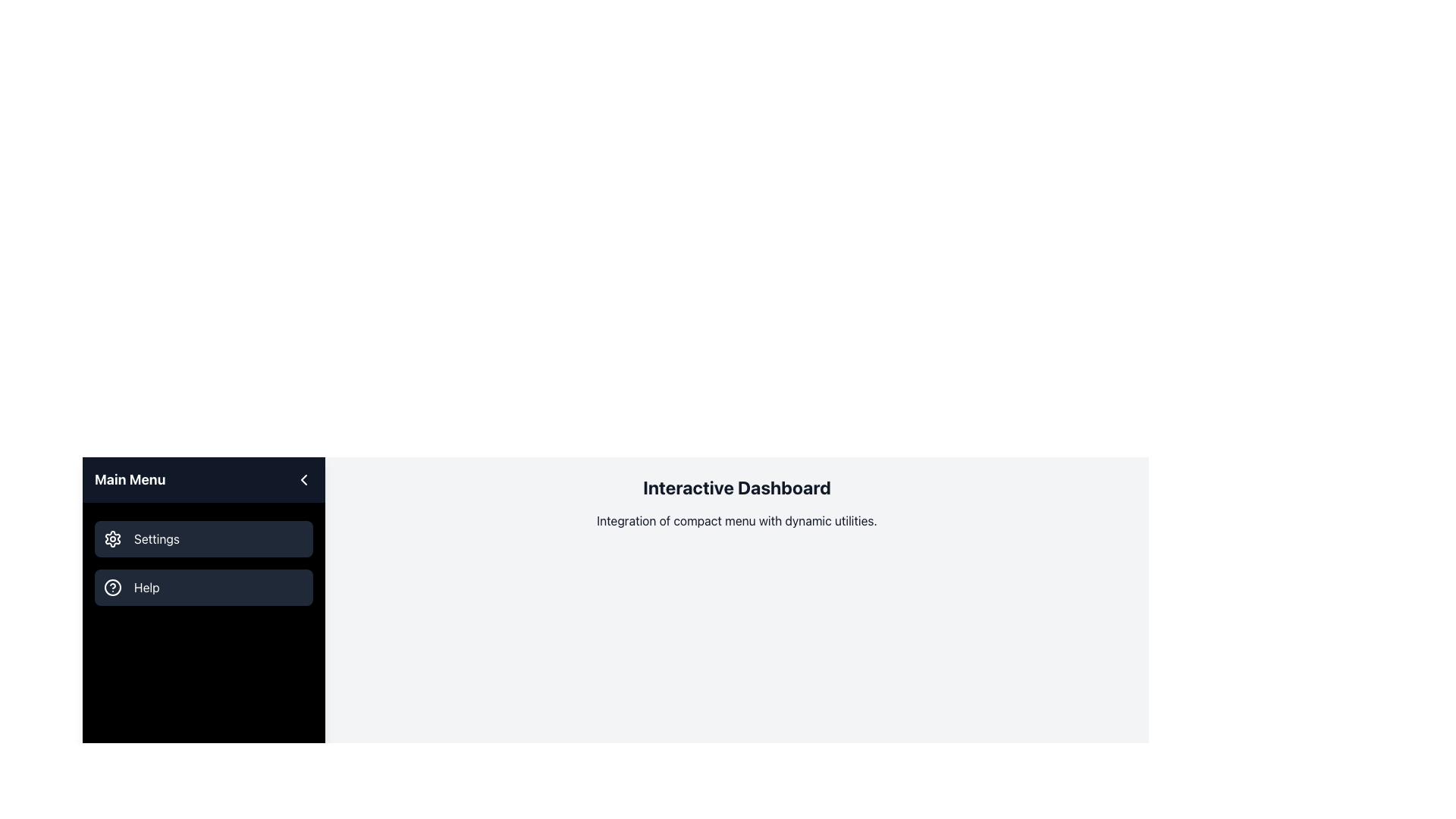 The image size is (1456, 819). I want to click on the bold 'Main Menu' text label located at the top-left of the sidebar layout, styled with a dark background, so click(130, 479).